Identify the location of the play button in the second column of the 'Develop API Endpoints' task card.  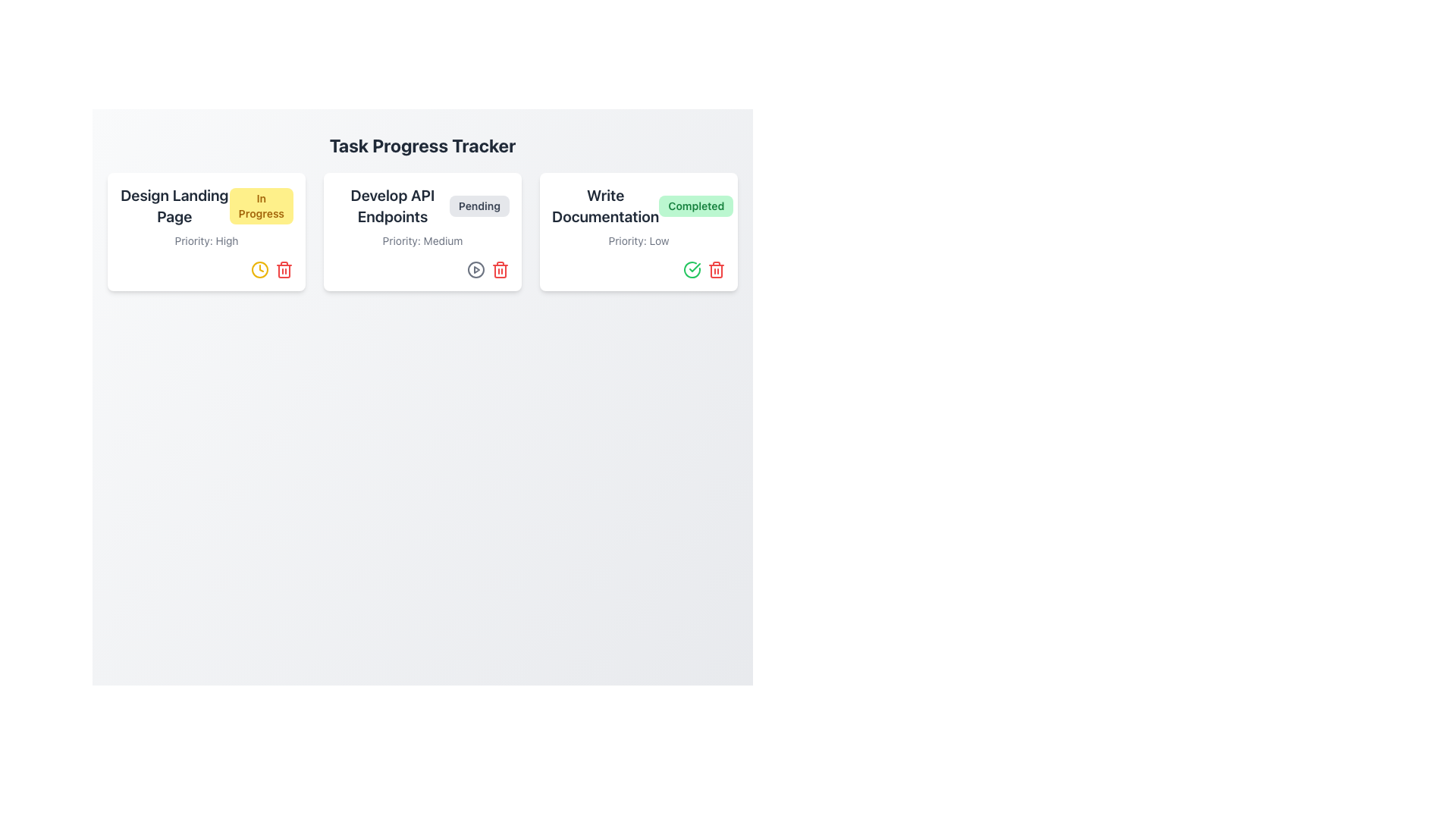
(475, 268).